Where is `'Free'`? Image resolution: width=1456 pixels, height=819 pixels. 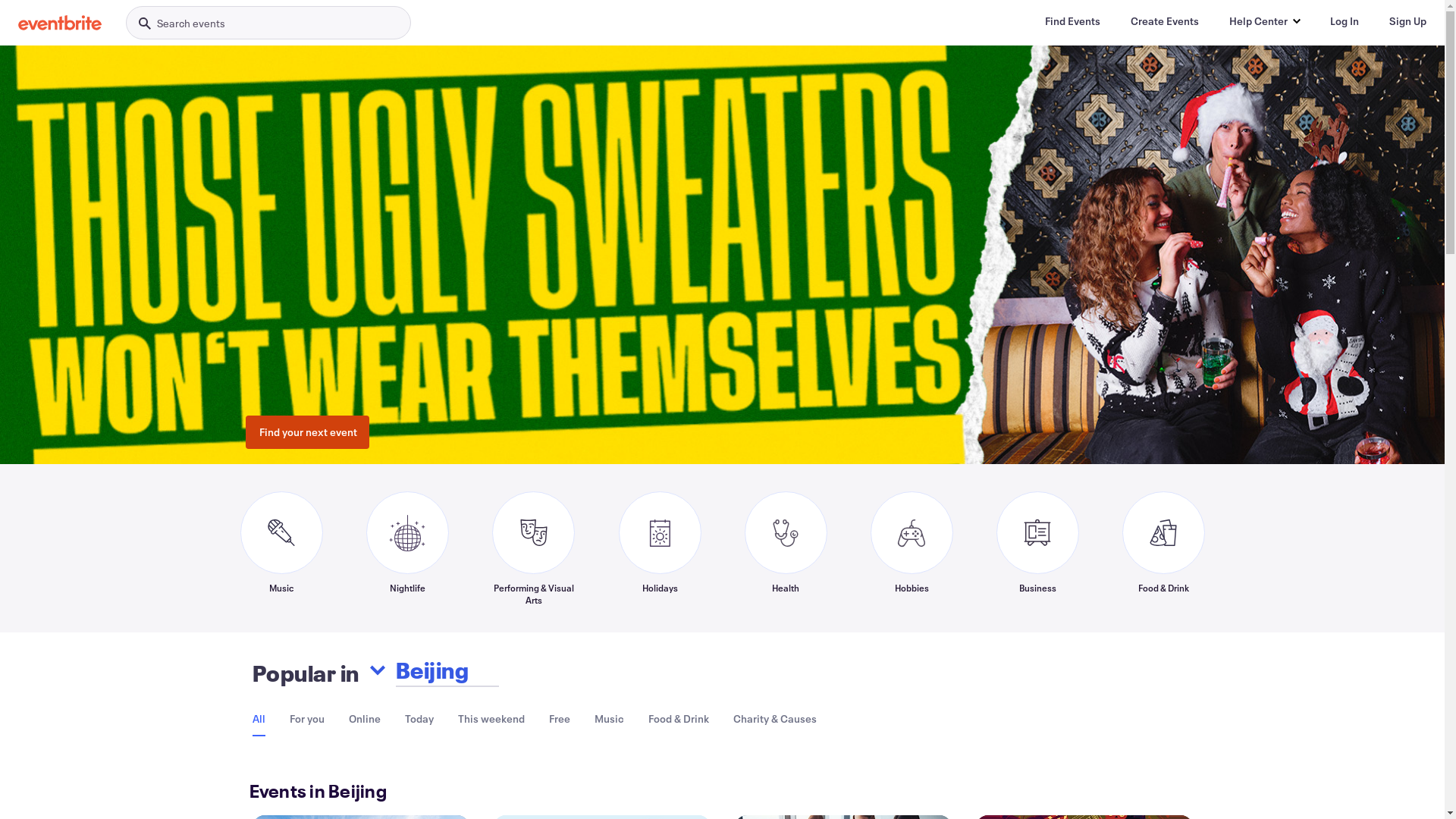
'Free' is located at coordinates (559, 717).